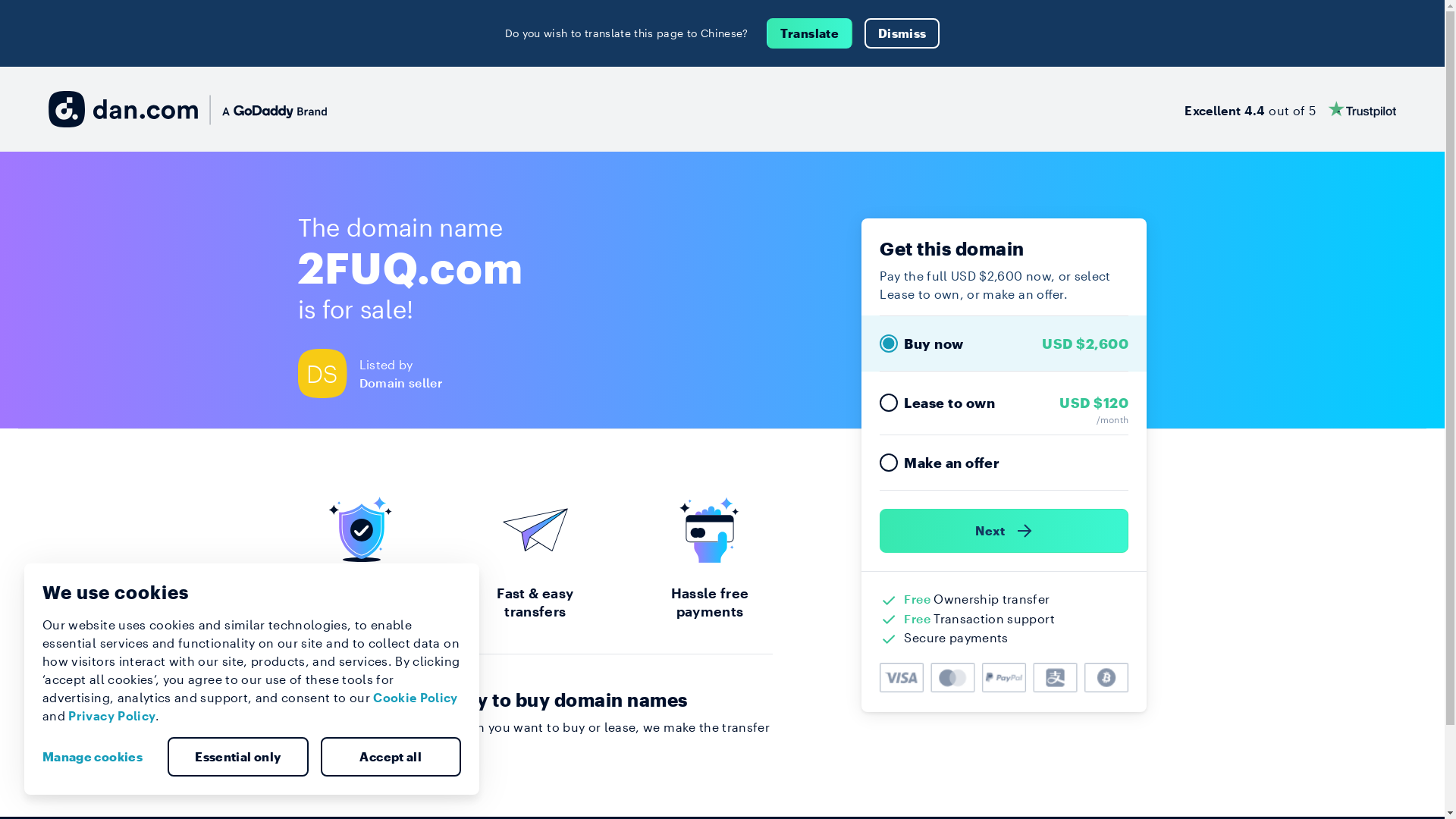  What do you see at coordinates (1289, 108) in the screenshot?
I see `'Excellent 4.4 out of 5'` at bounding box center [1289, 108].